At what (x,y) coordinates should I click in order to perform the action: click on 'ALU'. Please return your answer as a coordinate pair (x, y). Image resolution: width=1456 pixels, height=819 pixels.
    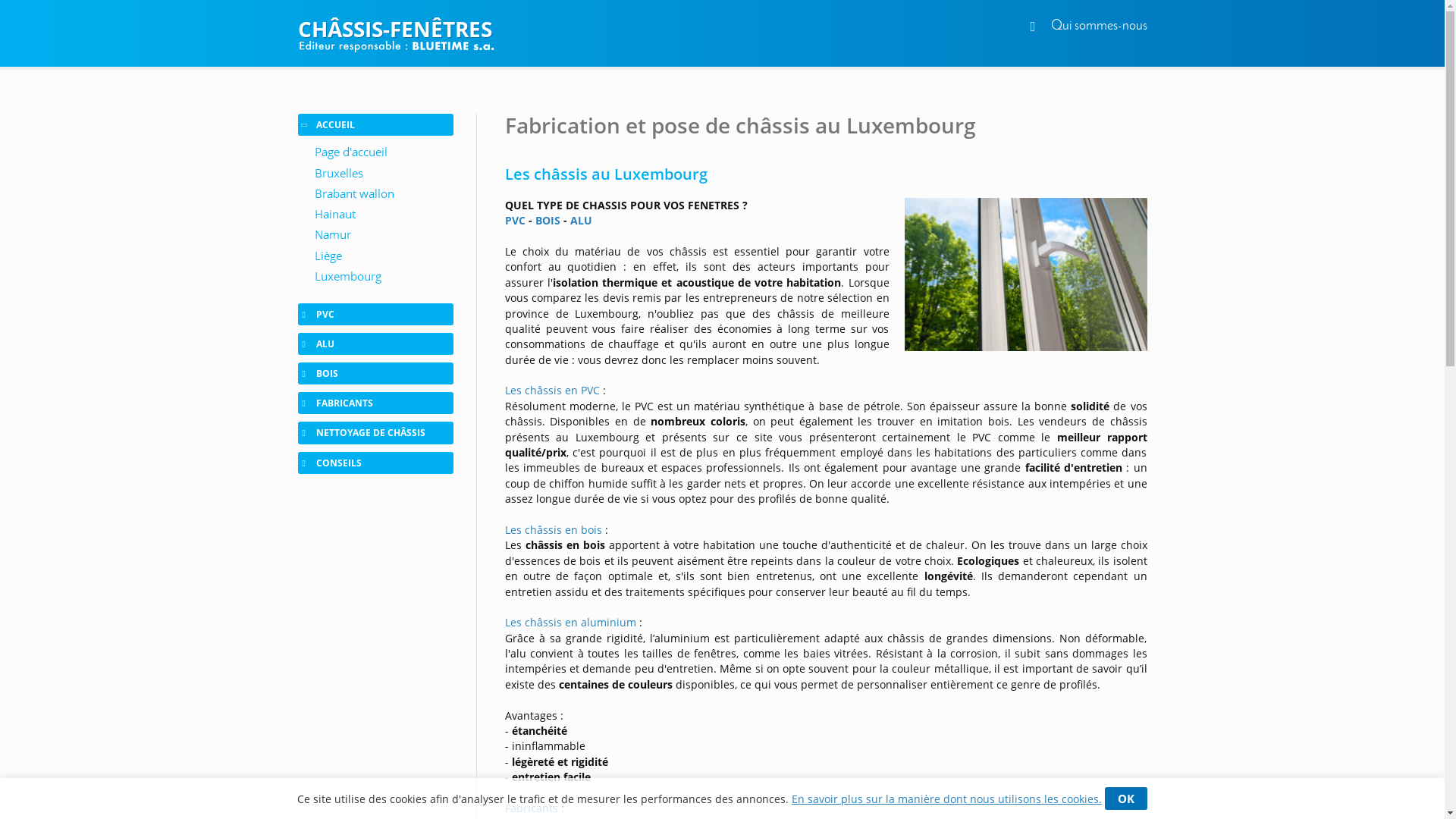
    Looking at the image, I should click on (580, 220).